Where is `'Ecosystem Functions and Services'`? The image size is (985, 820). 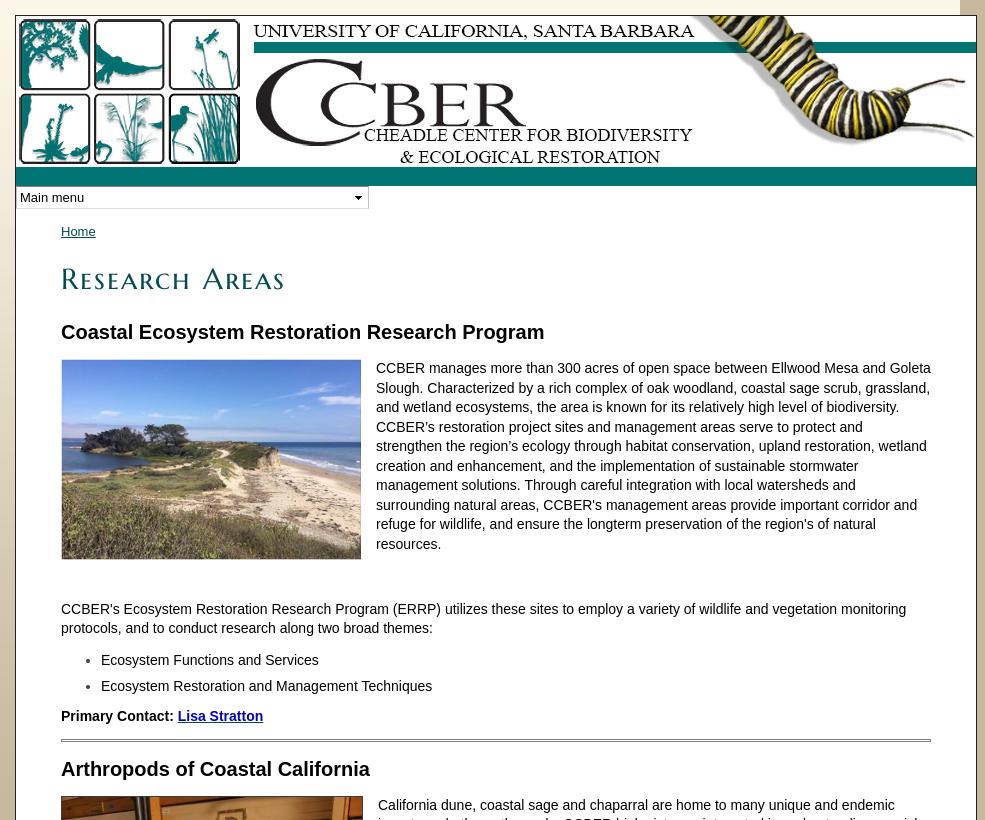
'Ecosystem Functions and Services' is located at coordinates (208, 658).